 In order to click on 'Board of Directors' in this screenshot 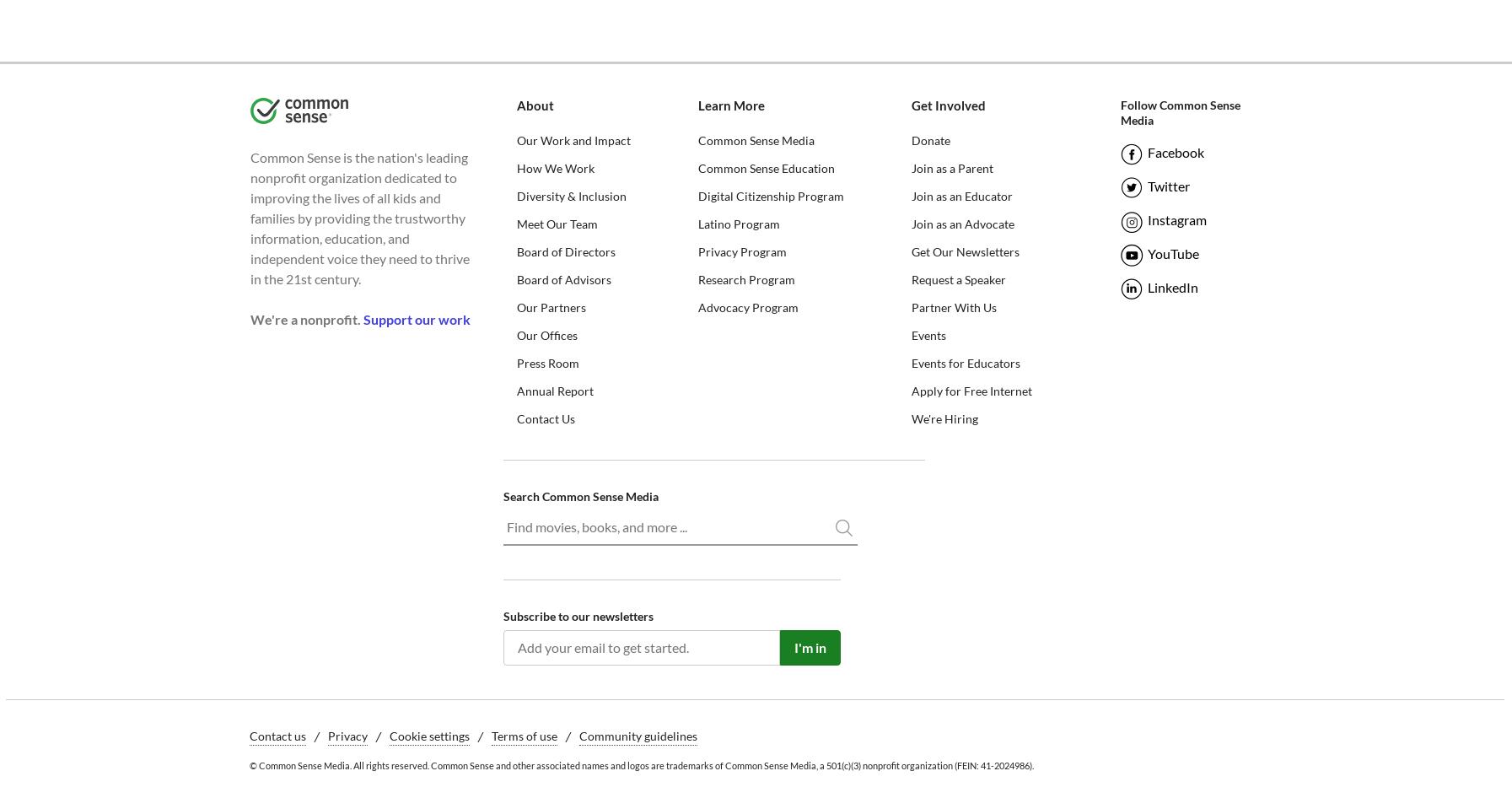, I will do `click(564, 251)`.